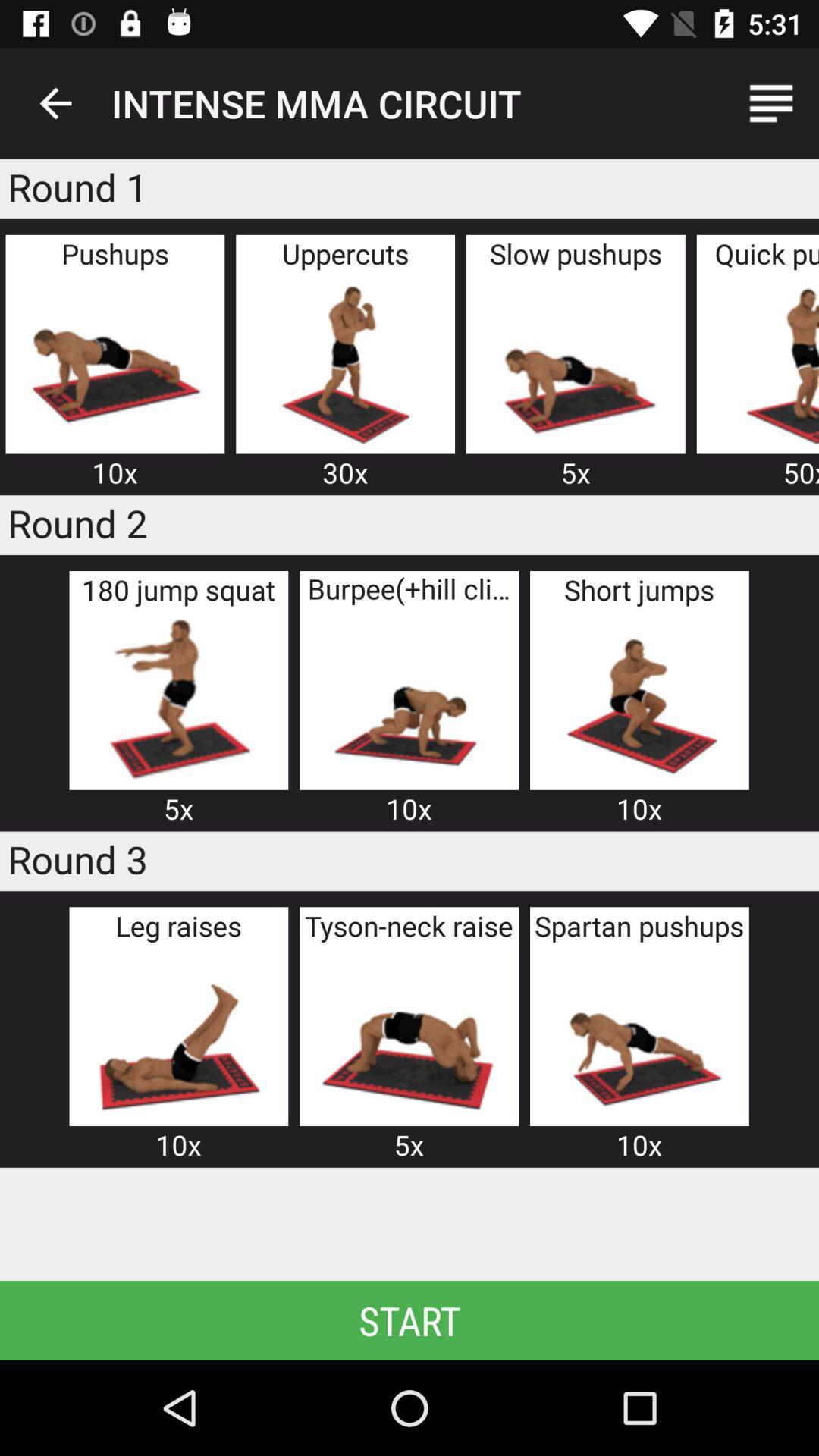 The height and width of the screenshot is (1456, 819). I want to click on there are 3 rounds in which they are trying to explain the way of doing exercises in 3 rounds, so click(177, 1034).